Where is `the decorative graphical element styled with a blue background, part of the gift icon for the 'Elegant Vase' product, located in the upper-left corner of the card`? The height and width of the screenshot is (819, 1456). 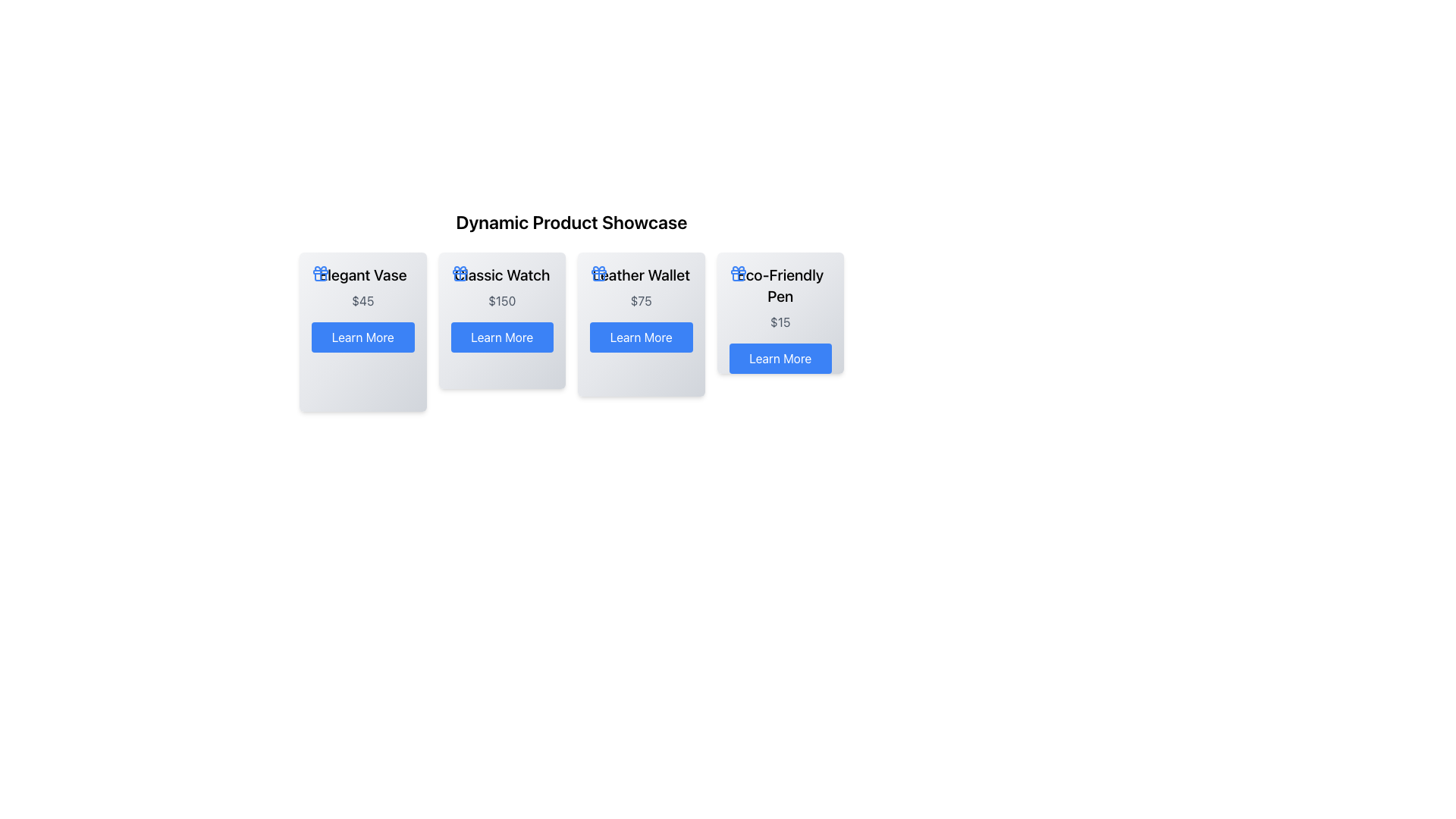
the decorative graphical element styled with a blue background, part of the gift icon for the 'Elegant Vase' product, located in the upper-left corner of the card is located at coordinates (319, 271).